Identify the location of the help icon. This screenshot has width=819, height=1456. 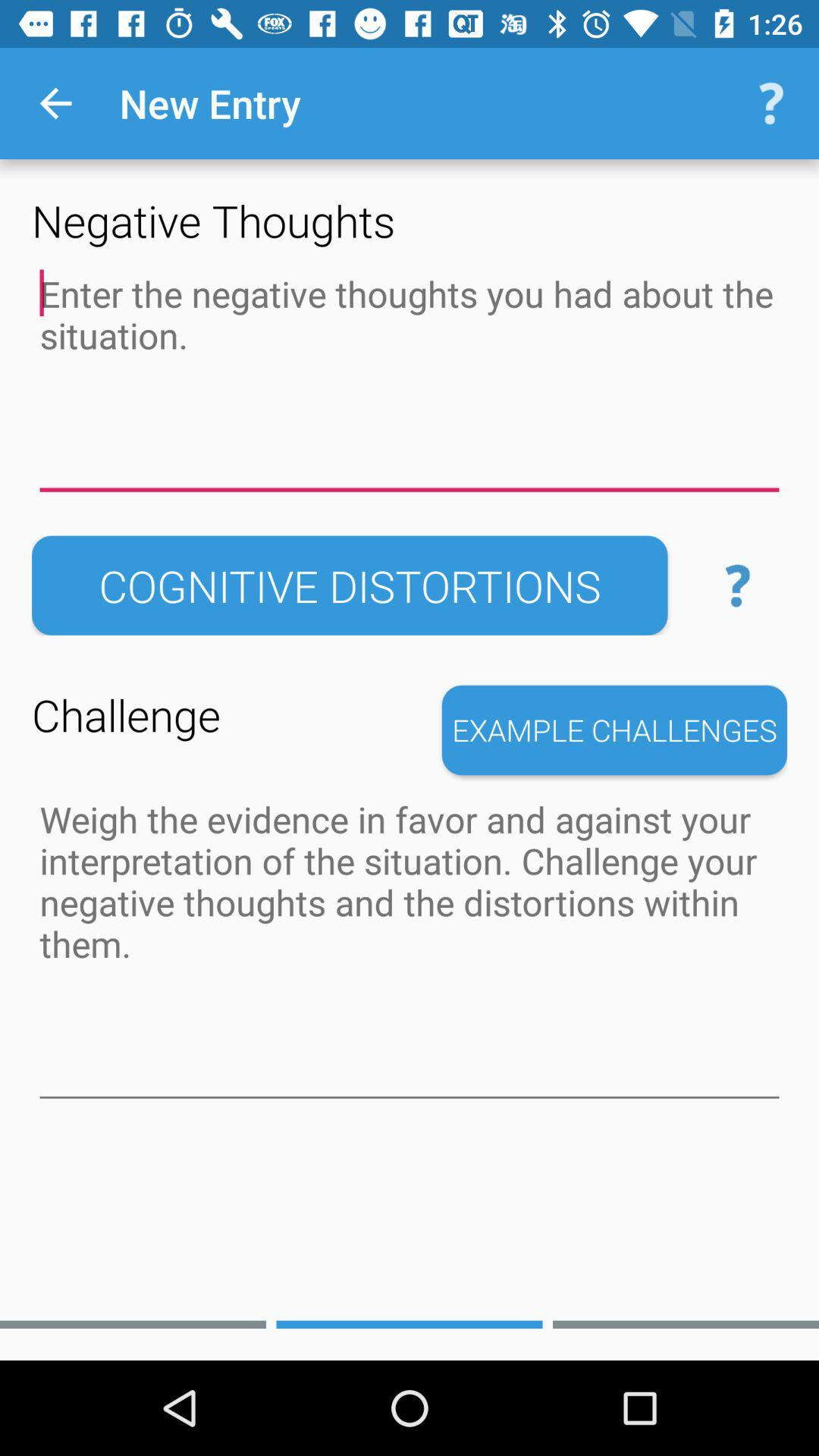
(736, 585).